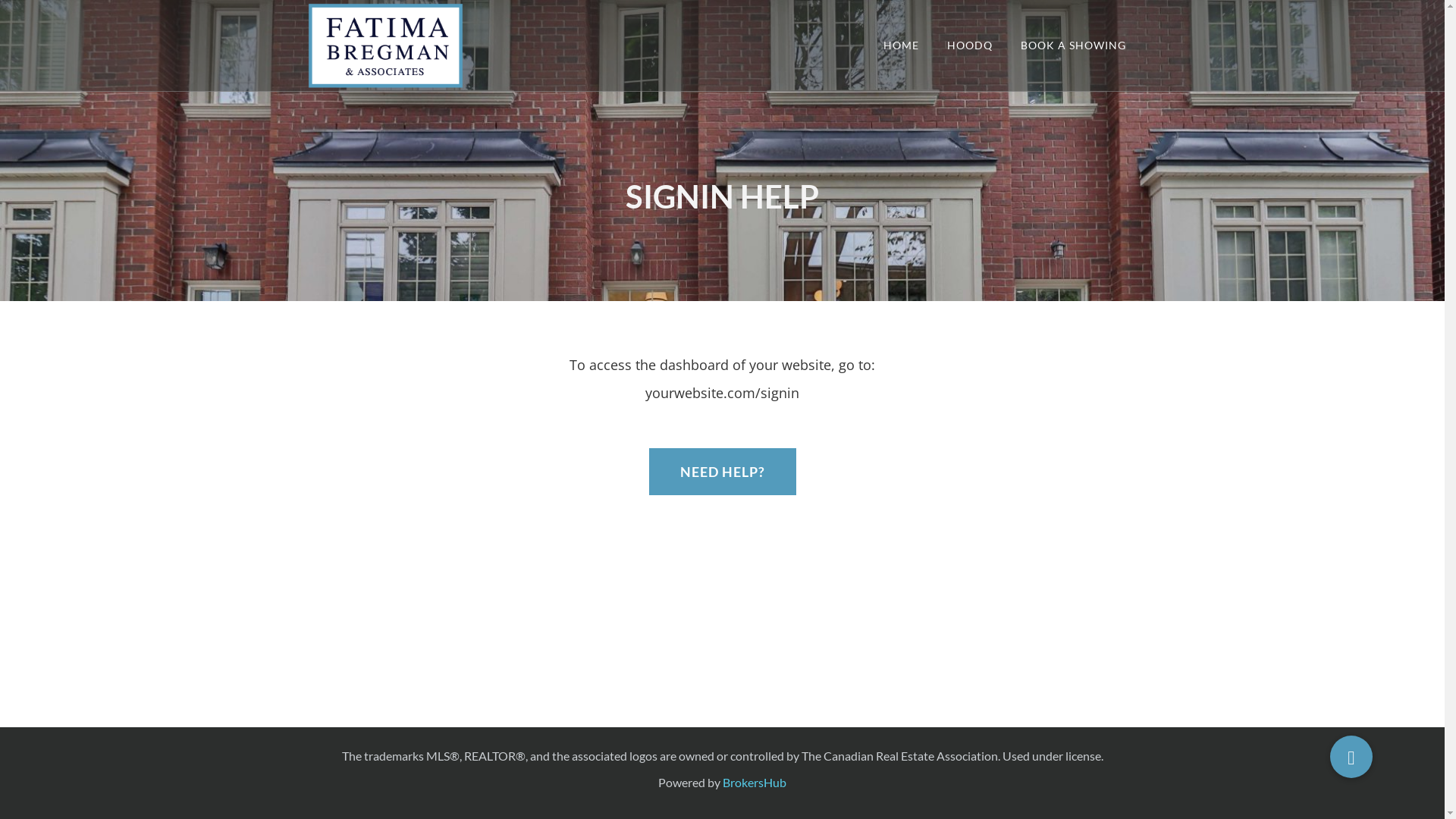 This screenshot has height=819, width=1456. I want to click on 'NEED HELP?', so click(722, 470).